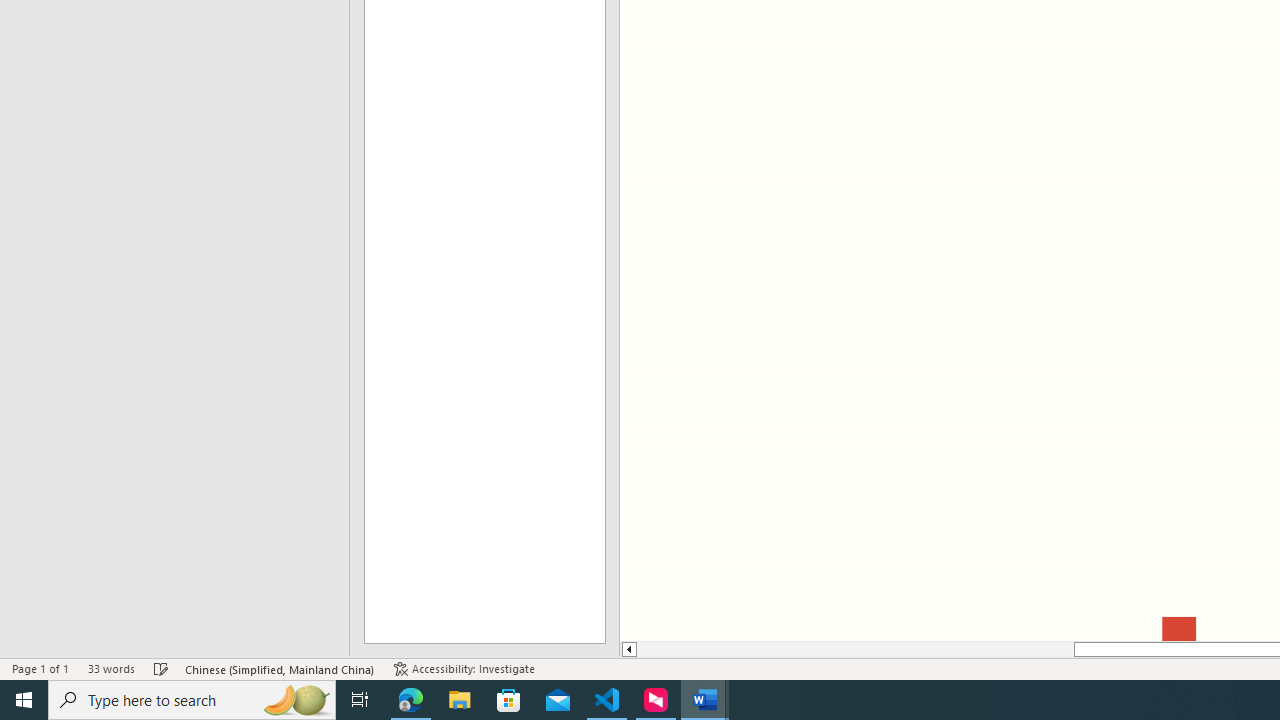 The width and height of the screenshot is (1280, 720). What do you see at coordinates (463, 669) in the screenshot?
I see `'Accessibility Checker Accessibility: Investigate'` at bounding box center [463, 669].